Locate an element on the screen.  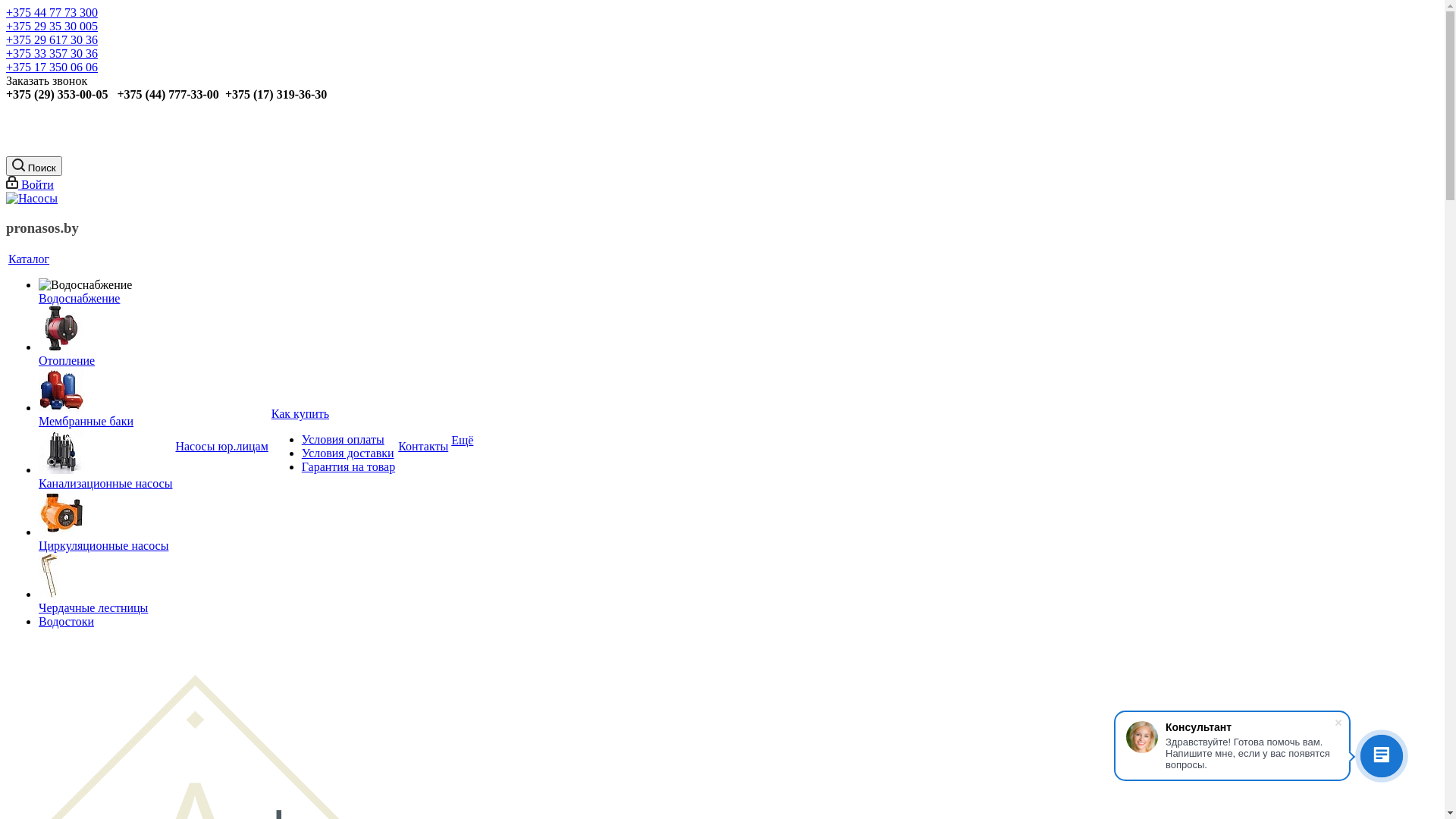
'+375 29 617 30 36' is located at coordinates (52, 39).